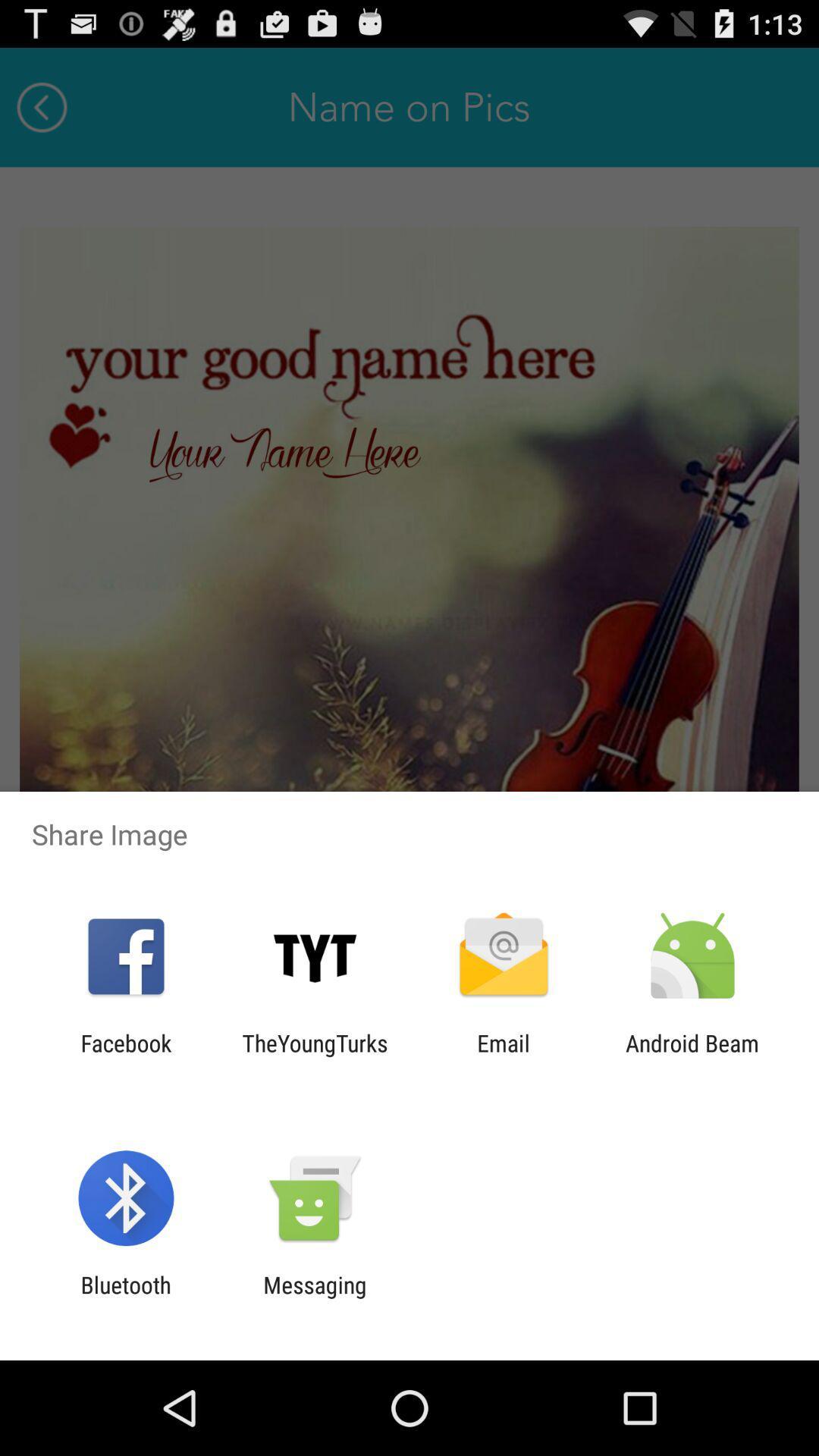  I want to click on the android beam icon, so click(692, 1056).